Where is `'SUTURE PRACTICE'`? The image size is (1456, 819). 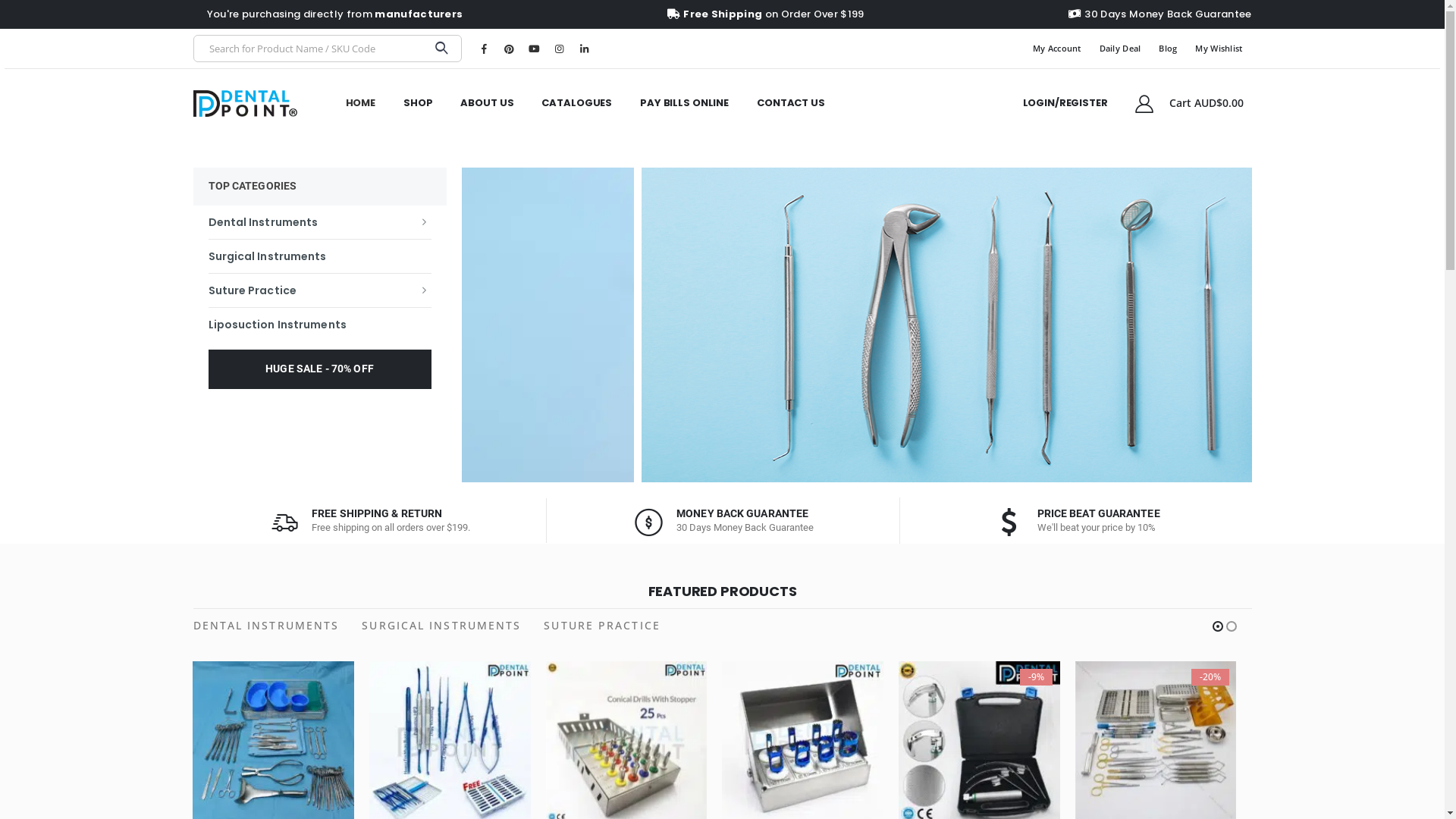
'SUTURE PRACTICE' is located at coordinates (601, 626).